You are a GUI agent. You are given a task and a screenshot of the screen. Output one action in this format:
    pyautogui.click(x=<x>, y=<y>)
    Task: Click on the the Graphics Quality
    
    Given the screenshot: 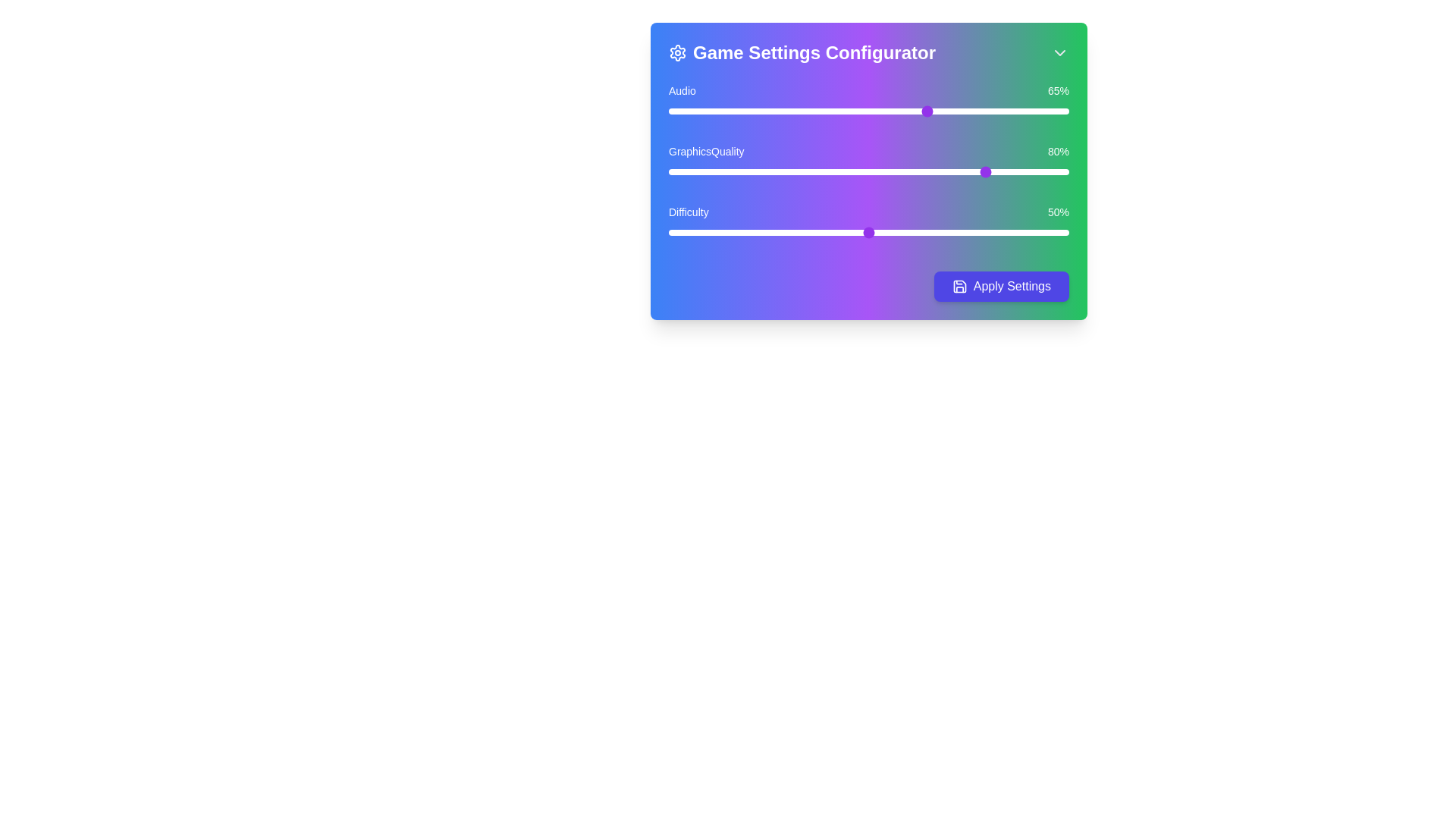 What is the action you would take?
    pyautogui.click(x=928, y=171)
    